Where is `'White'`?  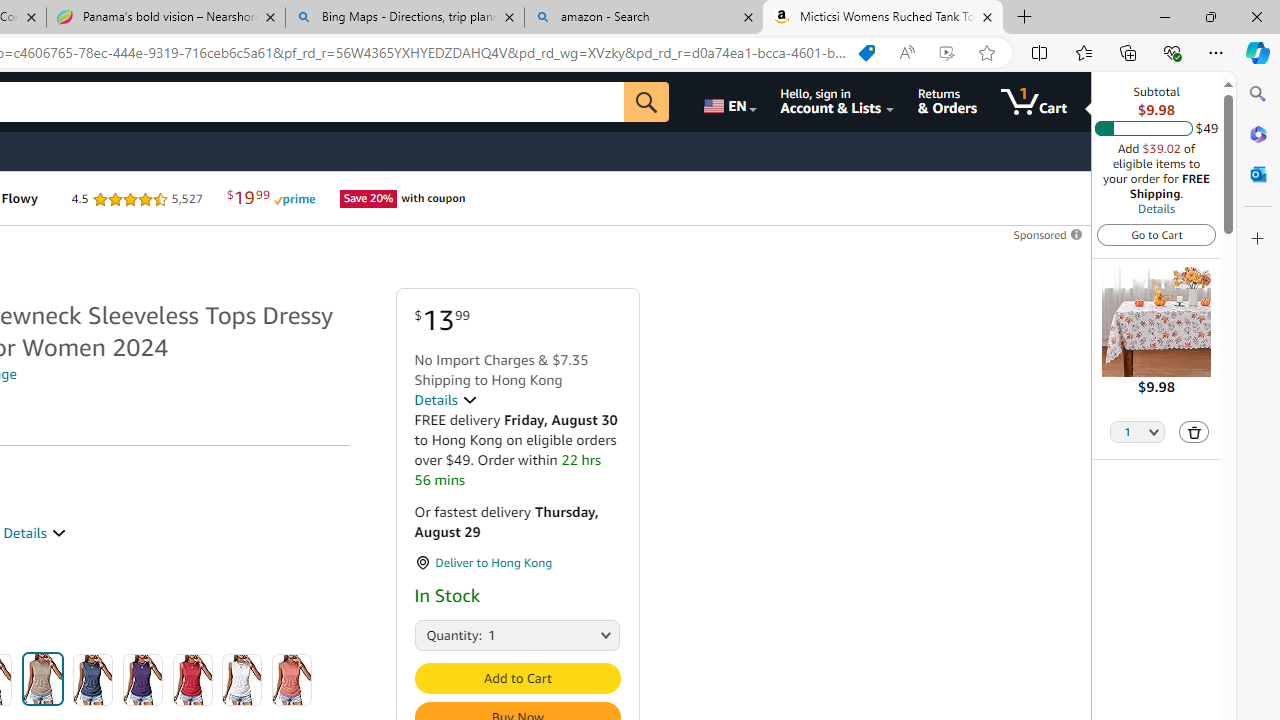 'White' is located at coordinates (241, 679).